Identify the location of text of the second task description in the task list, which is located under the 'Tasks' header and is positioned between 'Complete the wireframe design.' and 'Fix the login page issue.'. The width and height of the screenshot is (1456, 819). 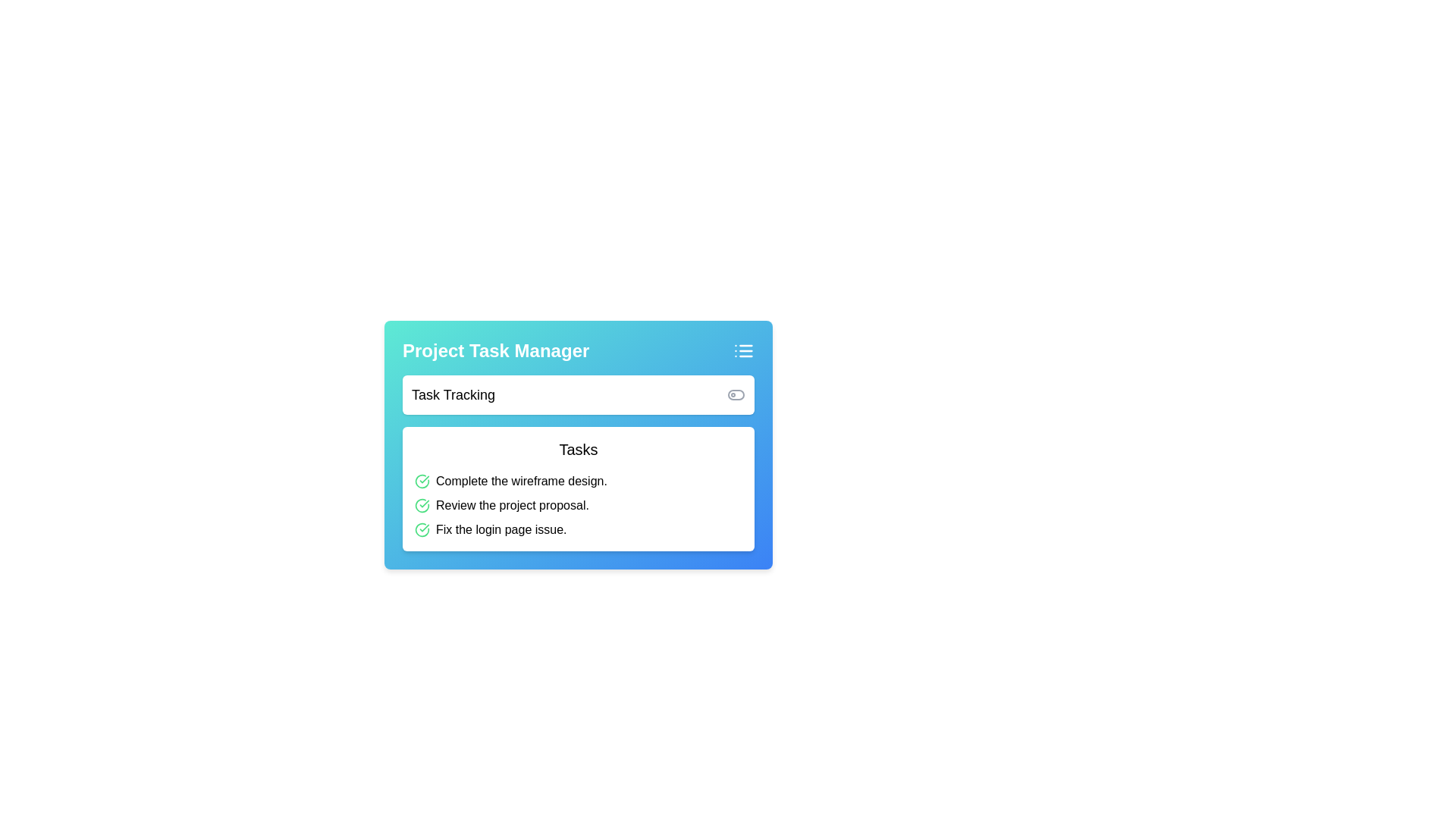
(513, 506).